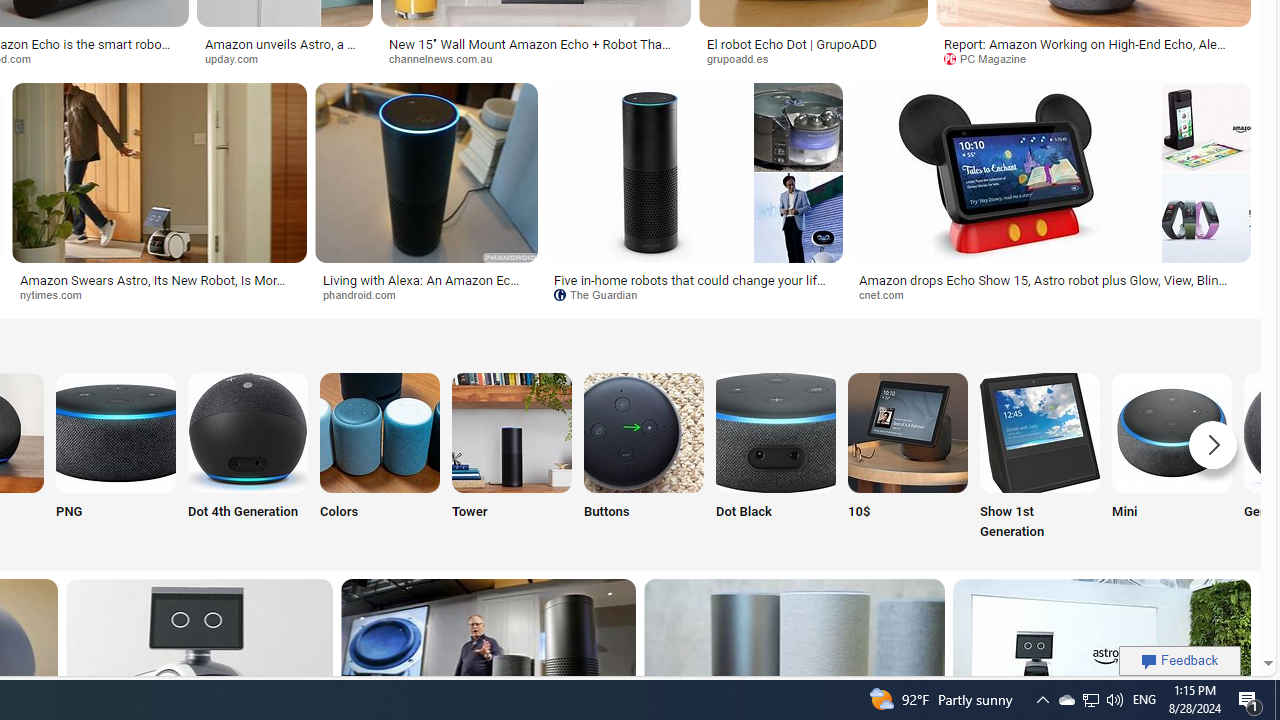 The width and height of the screenshot is (1280, 720). I want to click on 'Amazon Echo PNG PNG', so click(115, 458).